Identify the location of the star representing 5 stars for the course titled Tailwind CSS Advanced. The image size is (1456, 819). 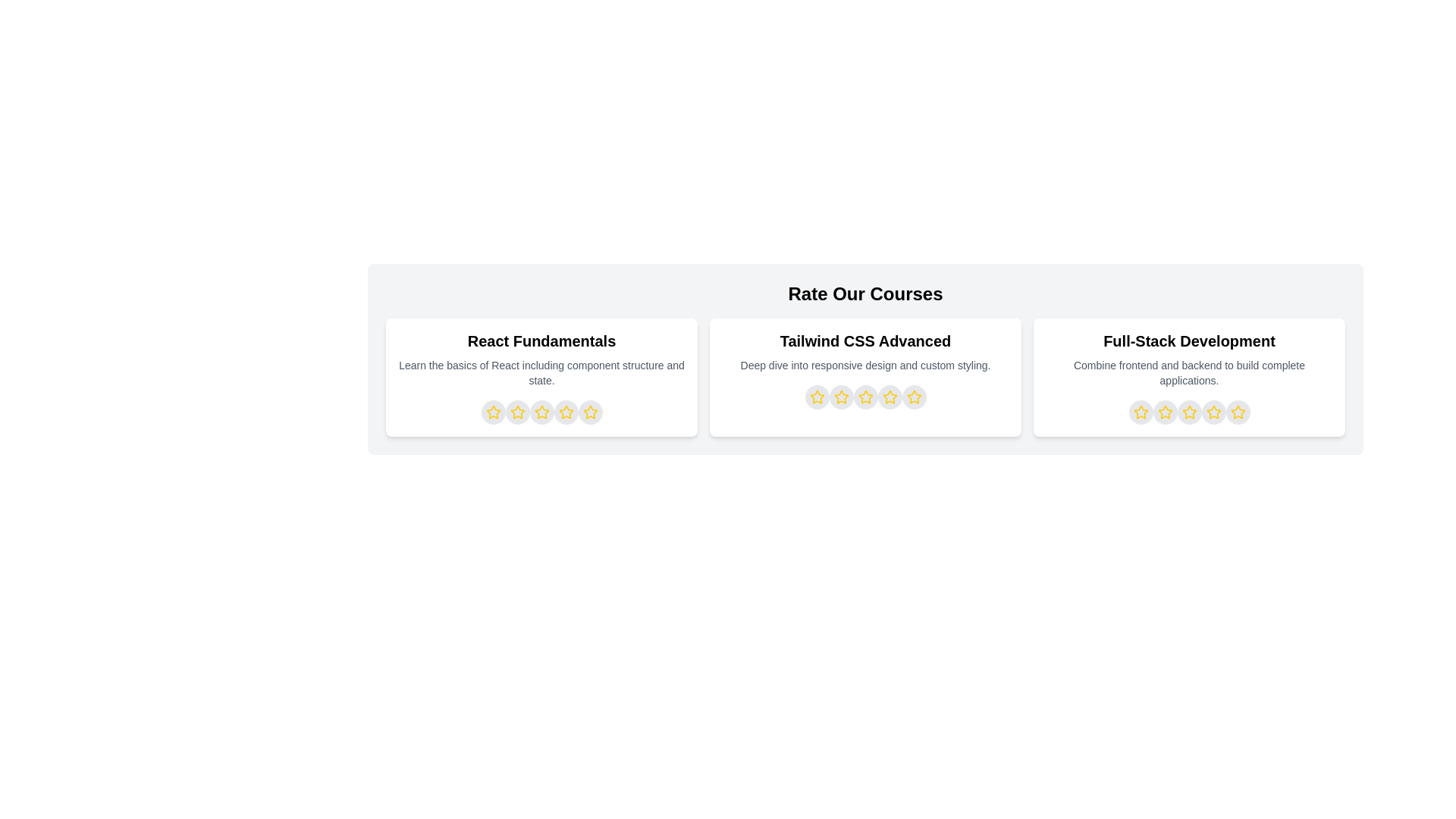
(913, 397).